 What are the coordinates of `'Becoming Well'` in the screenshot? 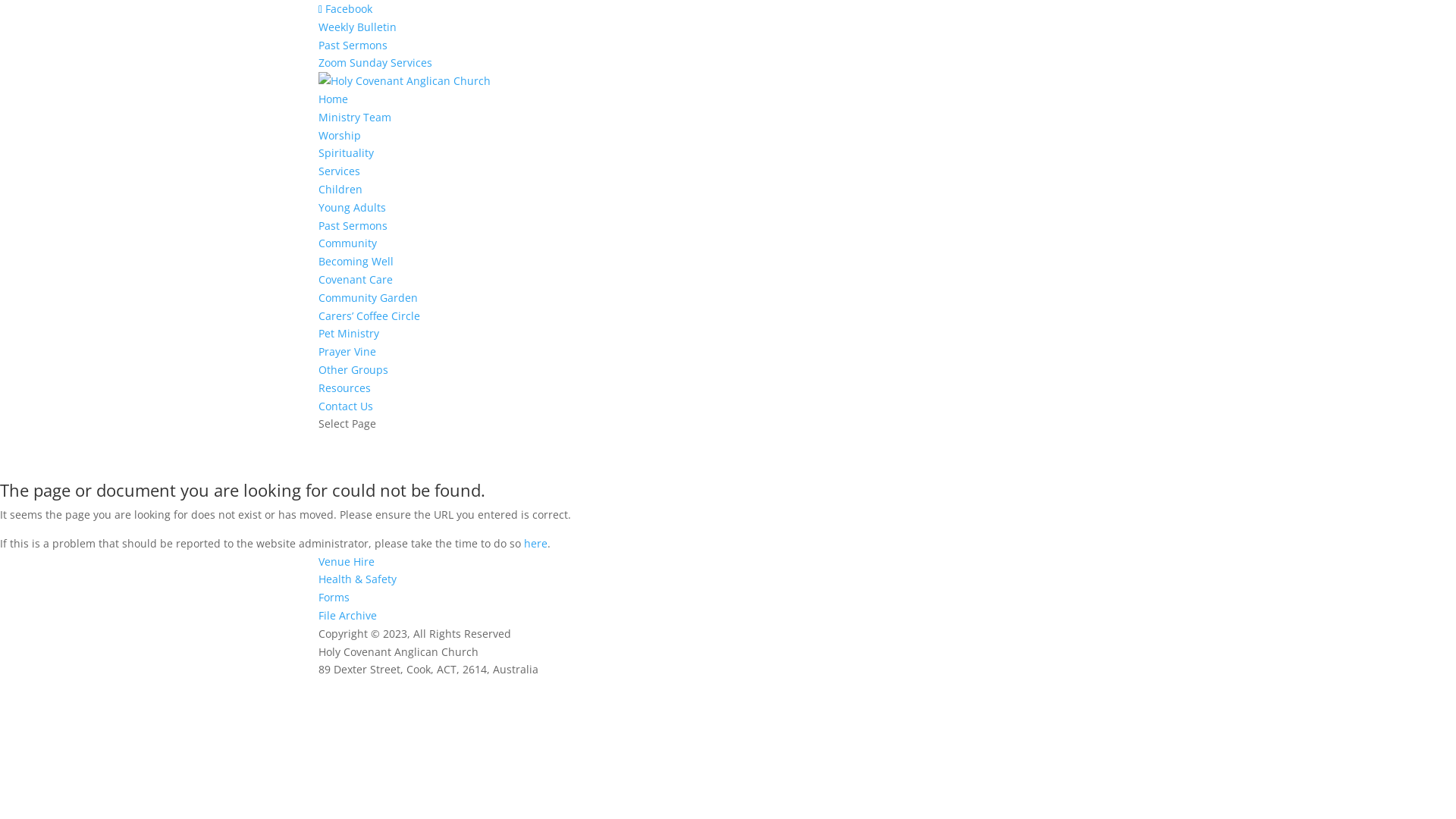 It's located at (318, 260).